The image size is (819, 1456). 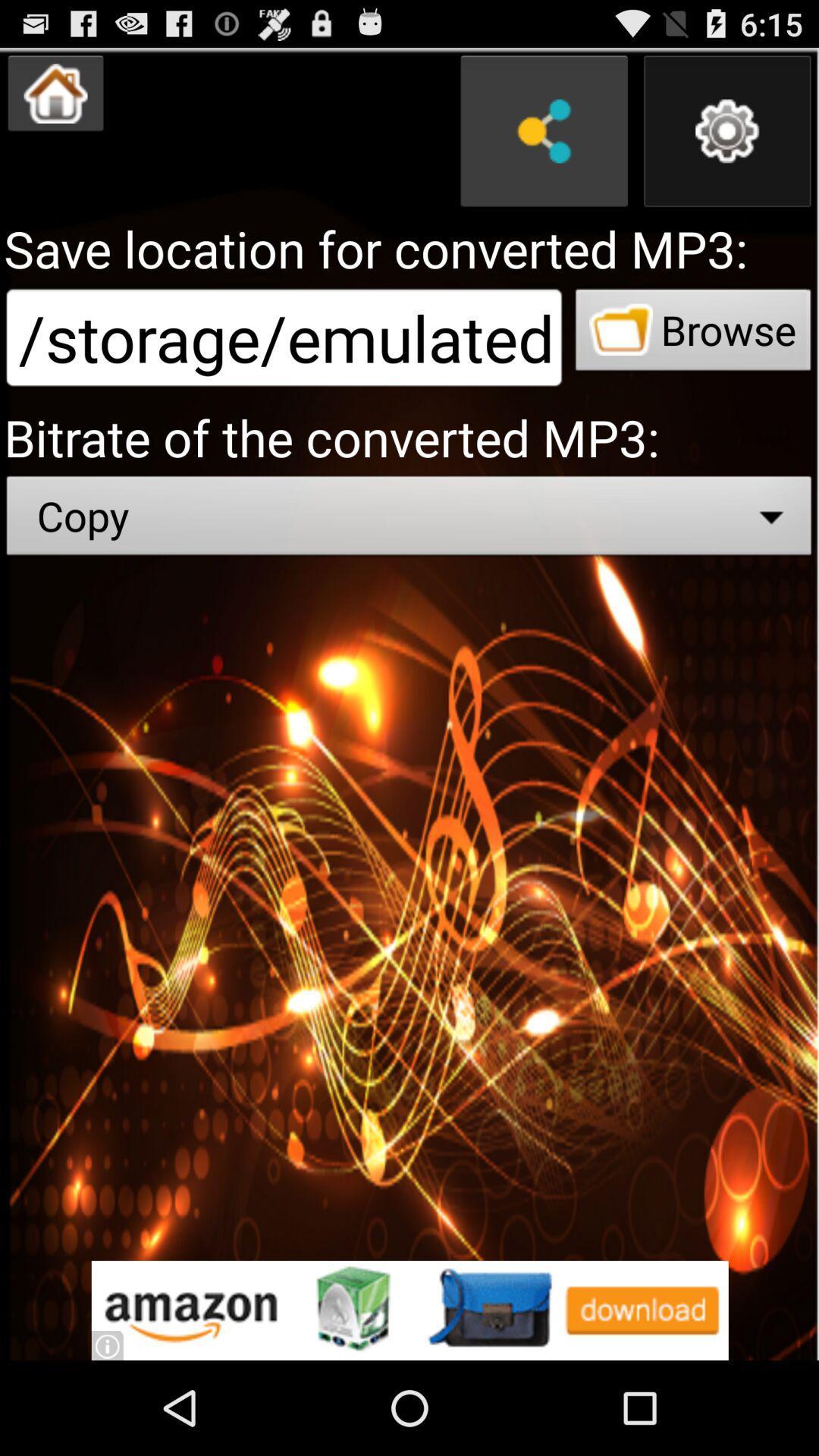 I want to click on open advertisement, so click(x=409, y=1310).